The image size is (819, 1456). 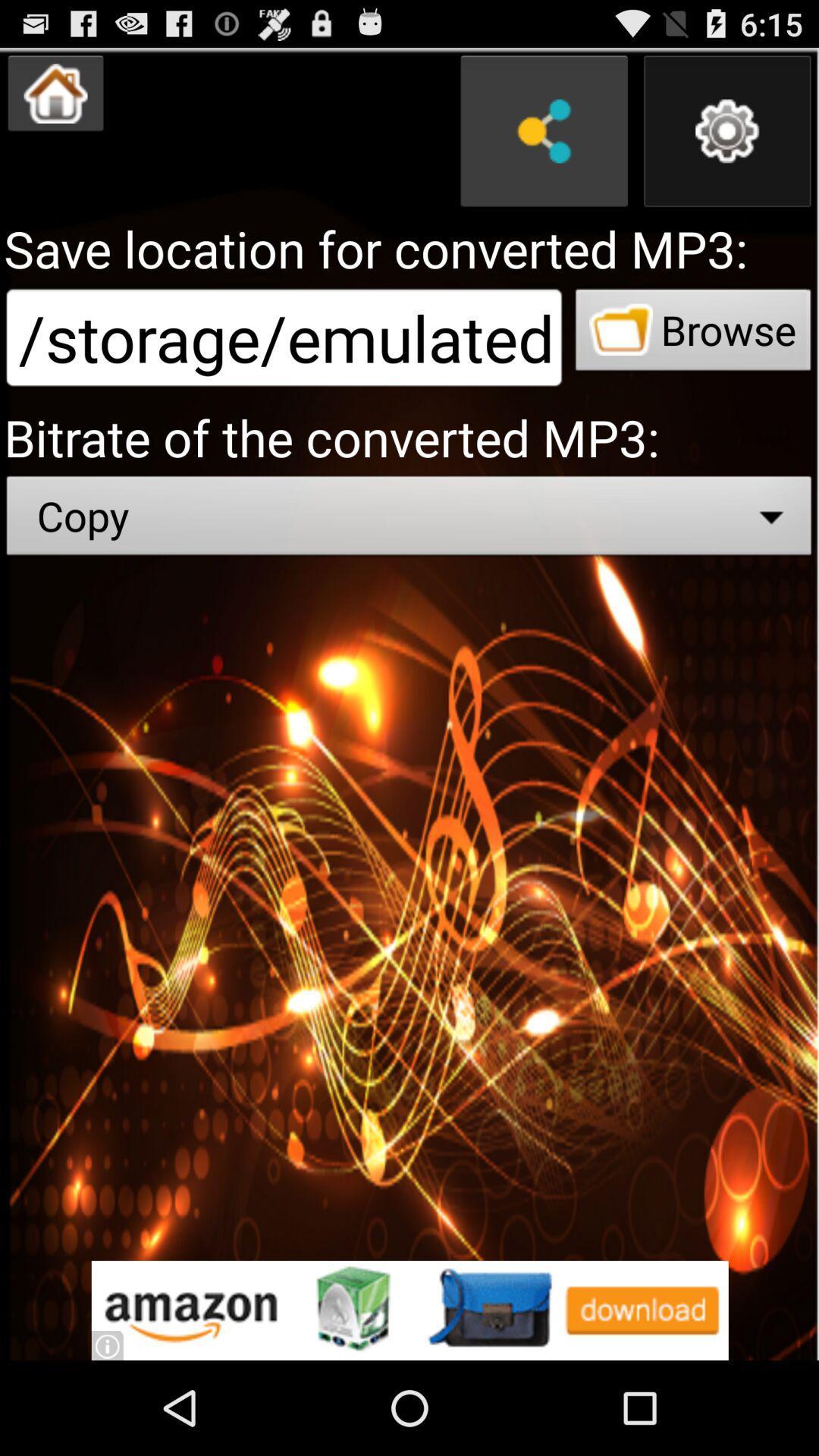 I want to click on open advertisement, so click(x=409, y=1310).